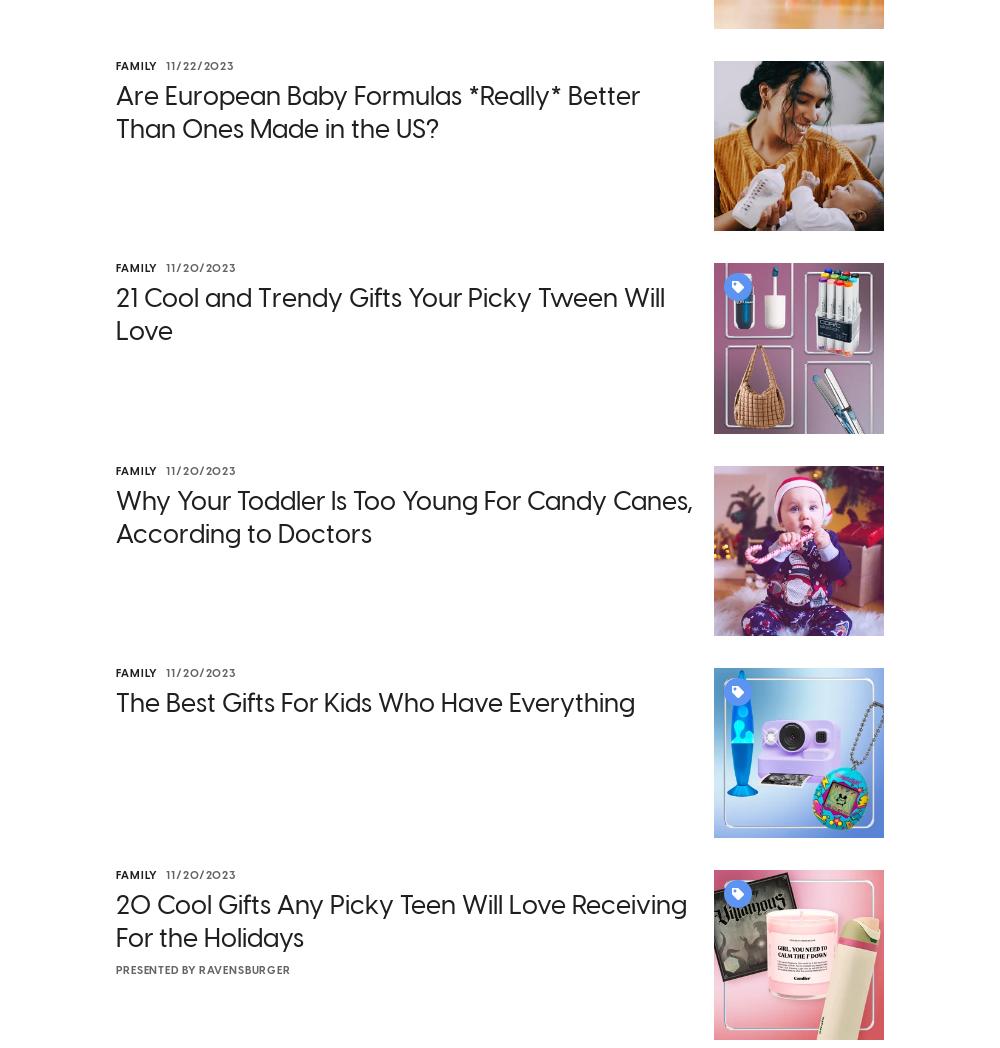 Image resolution: width=1000 pixels, height=1048 pixels. I want to click on 'Bryan Jamele', so click(598, 790).